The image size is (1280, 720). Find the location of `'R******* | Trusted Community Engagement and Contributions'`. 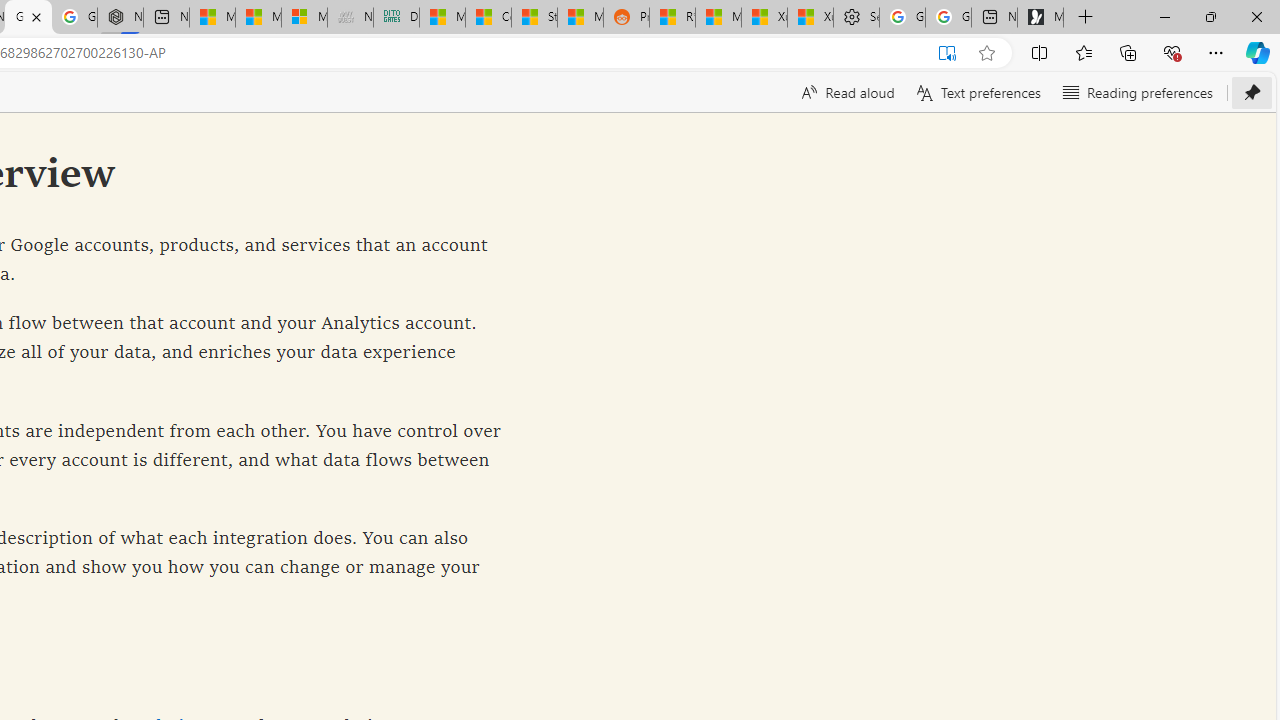

'R******* | Trusted Community Engagement and Contributions' is located at coordinates (672, 17).